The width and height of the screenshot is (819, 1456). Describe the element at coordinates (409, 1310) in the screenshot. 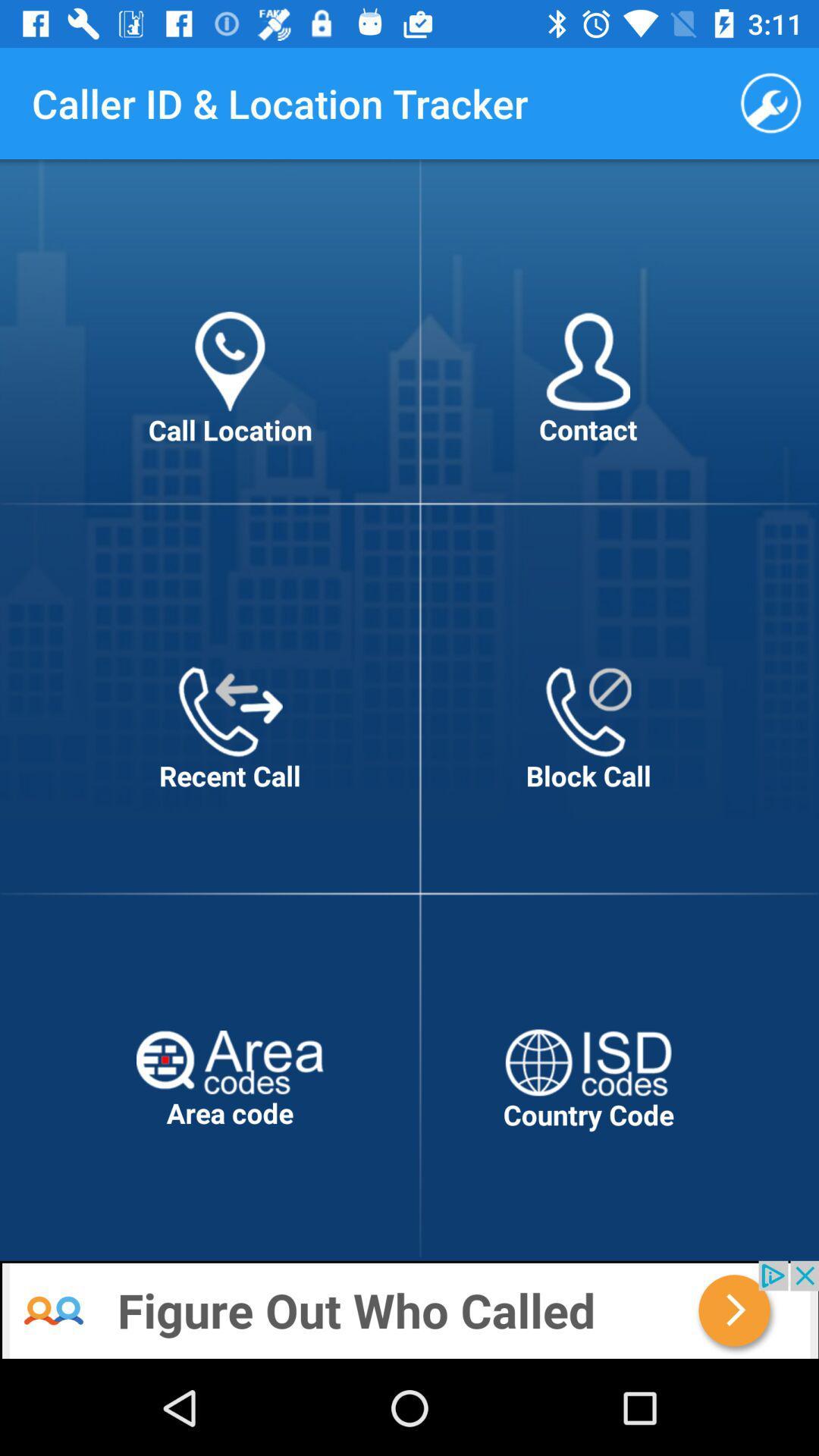

I see `app advertisement` at that location.